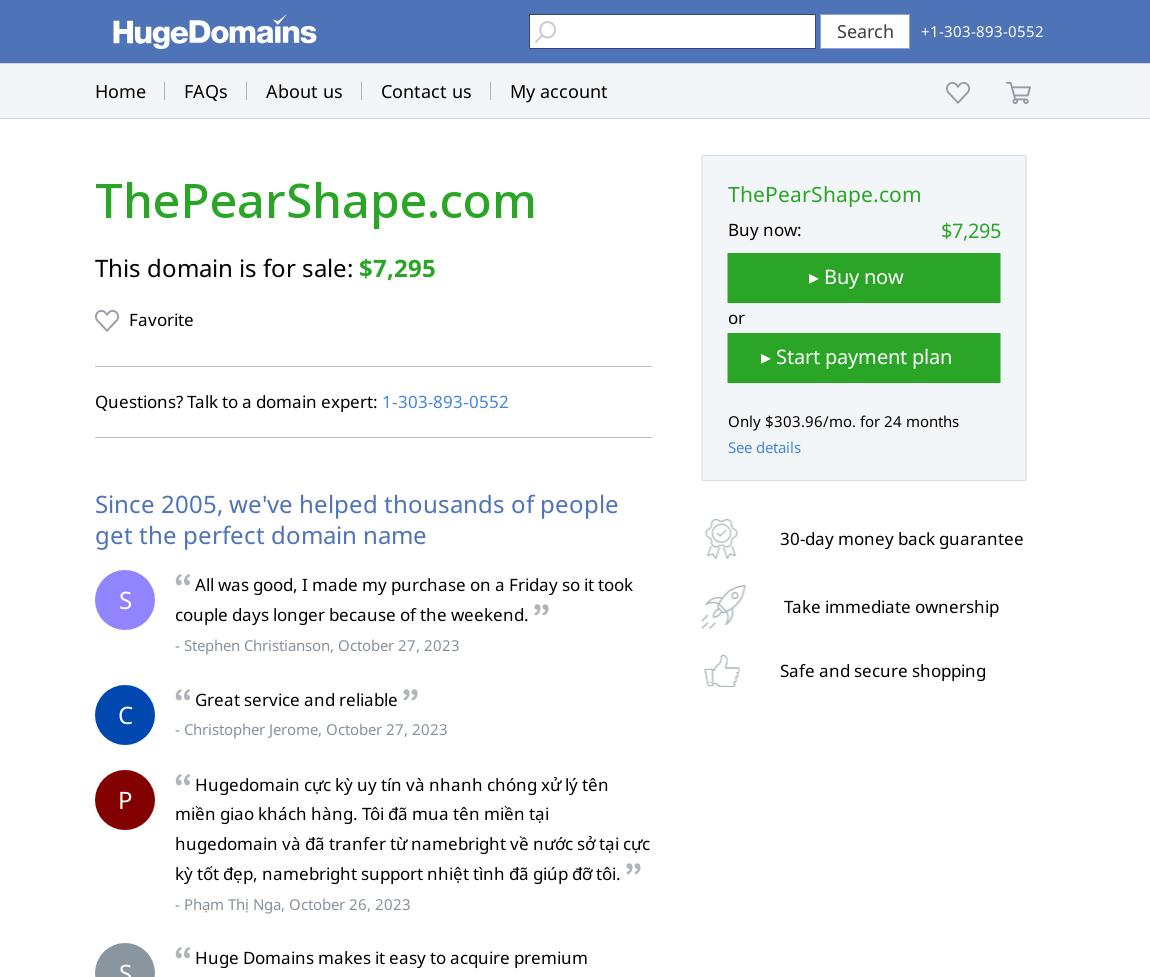 The image size is (1150, 977). Describe the element at coordinates (293, 902) in the screenshot. I see `'- Phạm Thị Nga, October 26, 2023'` at that location.